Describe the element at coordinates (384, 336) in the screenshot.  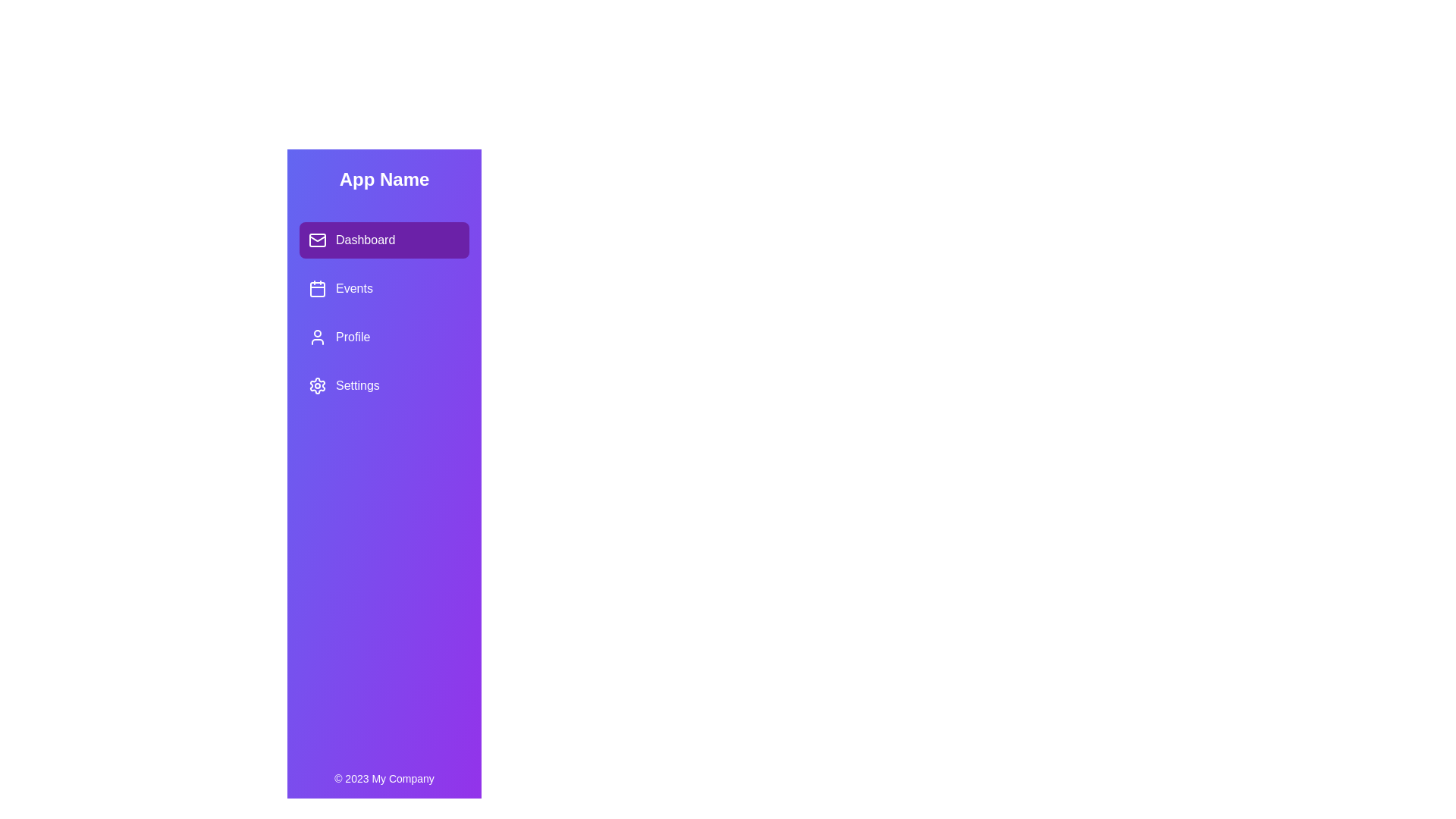
I see `the navigation item corresponding to Profile` at that location.